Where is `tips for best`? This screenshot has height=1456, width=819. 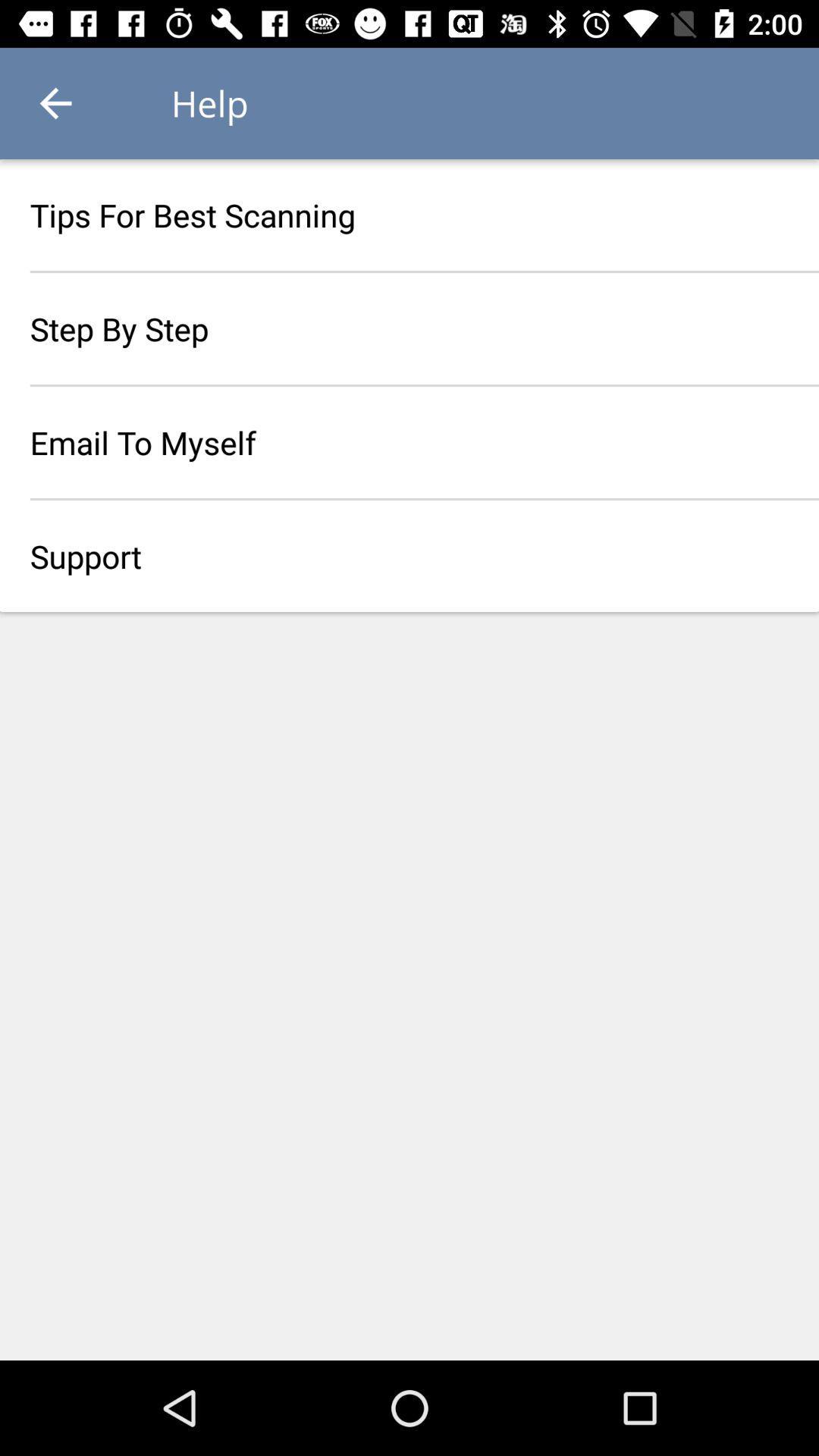
tips for best is located at coordinates (409, 214).